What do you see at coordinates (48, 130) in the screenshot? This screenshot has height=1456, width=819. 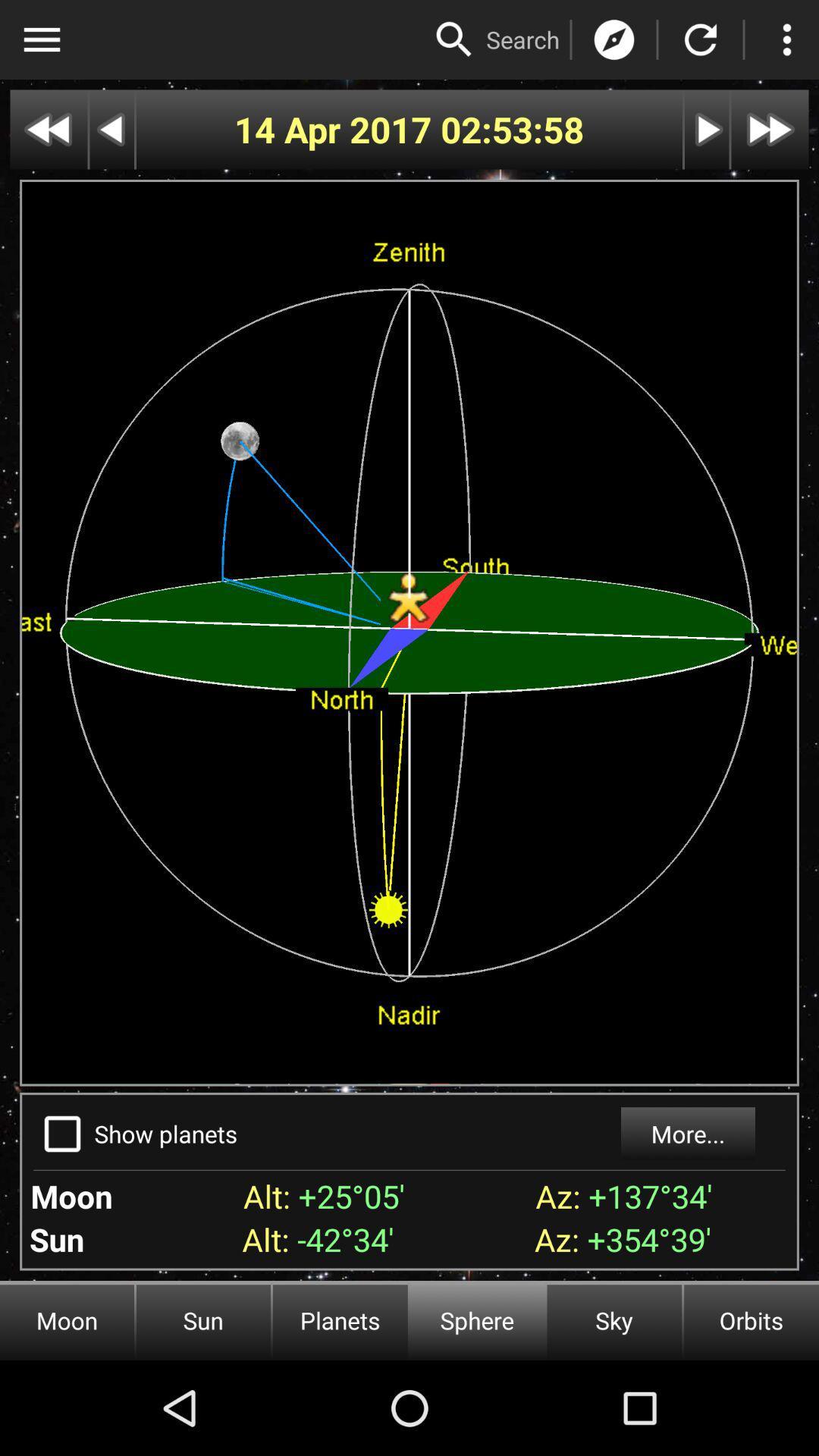 I see `previews` at bounding box center [48, 130].